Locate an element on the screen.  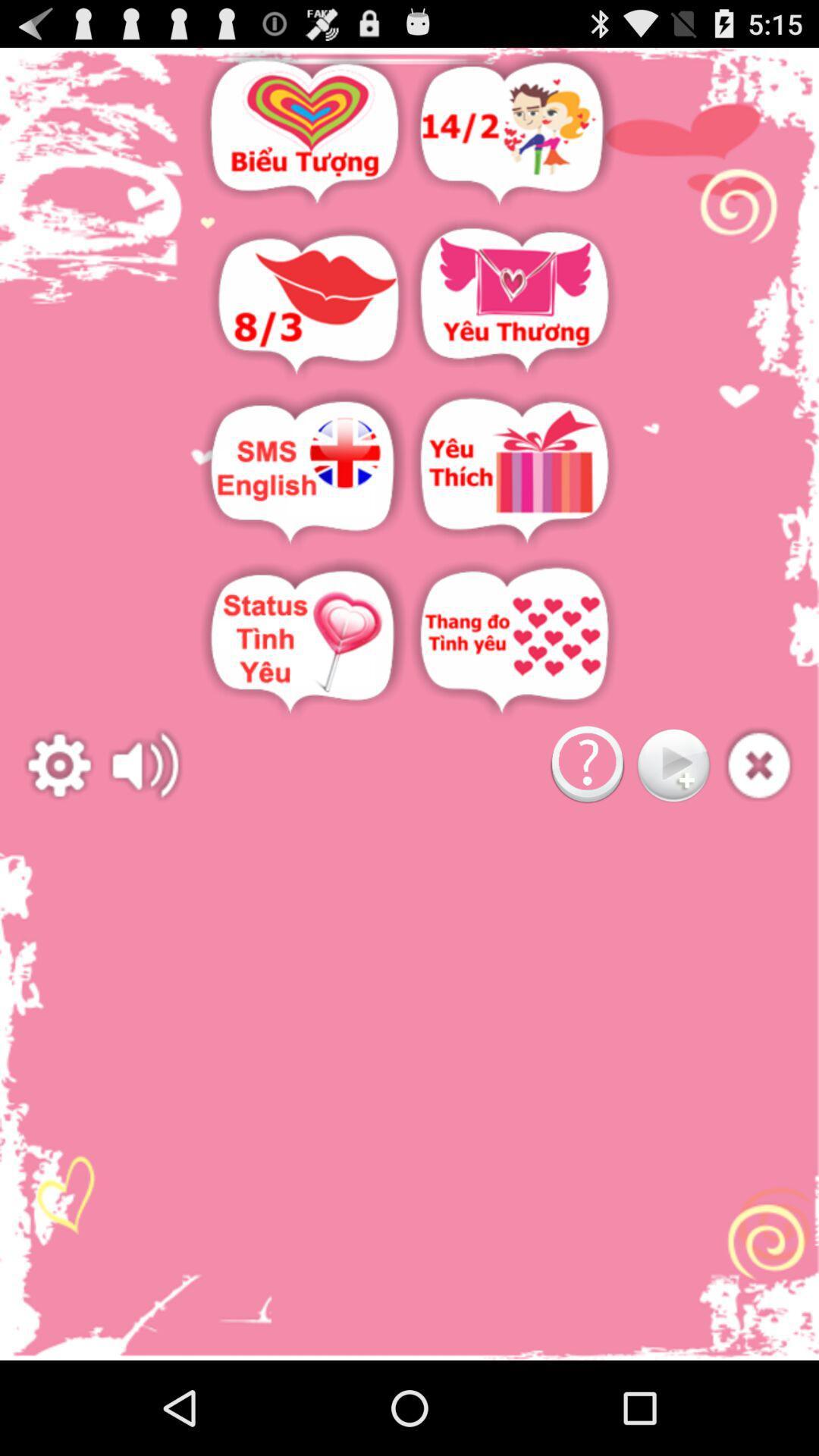
open gift list menu is located at coordinates (513, 470).